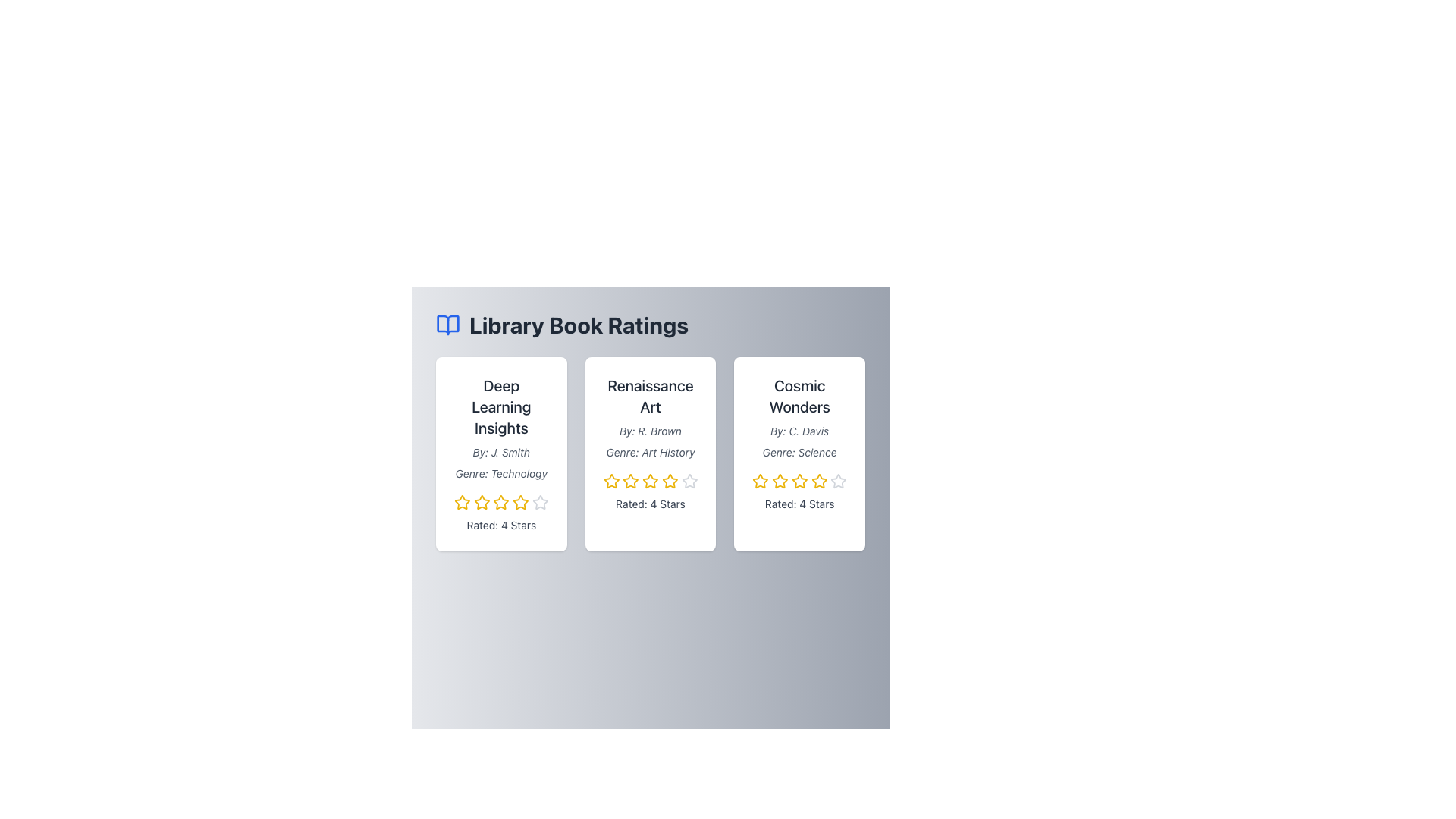 Image resolution: width=1456 pixels, height=819 pixels. I want to click on the second star-shaped rating icon for the book 'Cosmic Wonders' to activate its hover state, so click(761, 481).